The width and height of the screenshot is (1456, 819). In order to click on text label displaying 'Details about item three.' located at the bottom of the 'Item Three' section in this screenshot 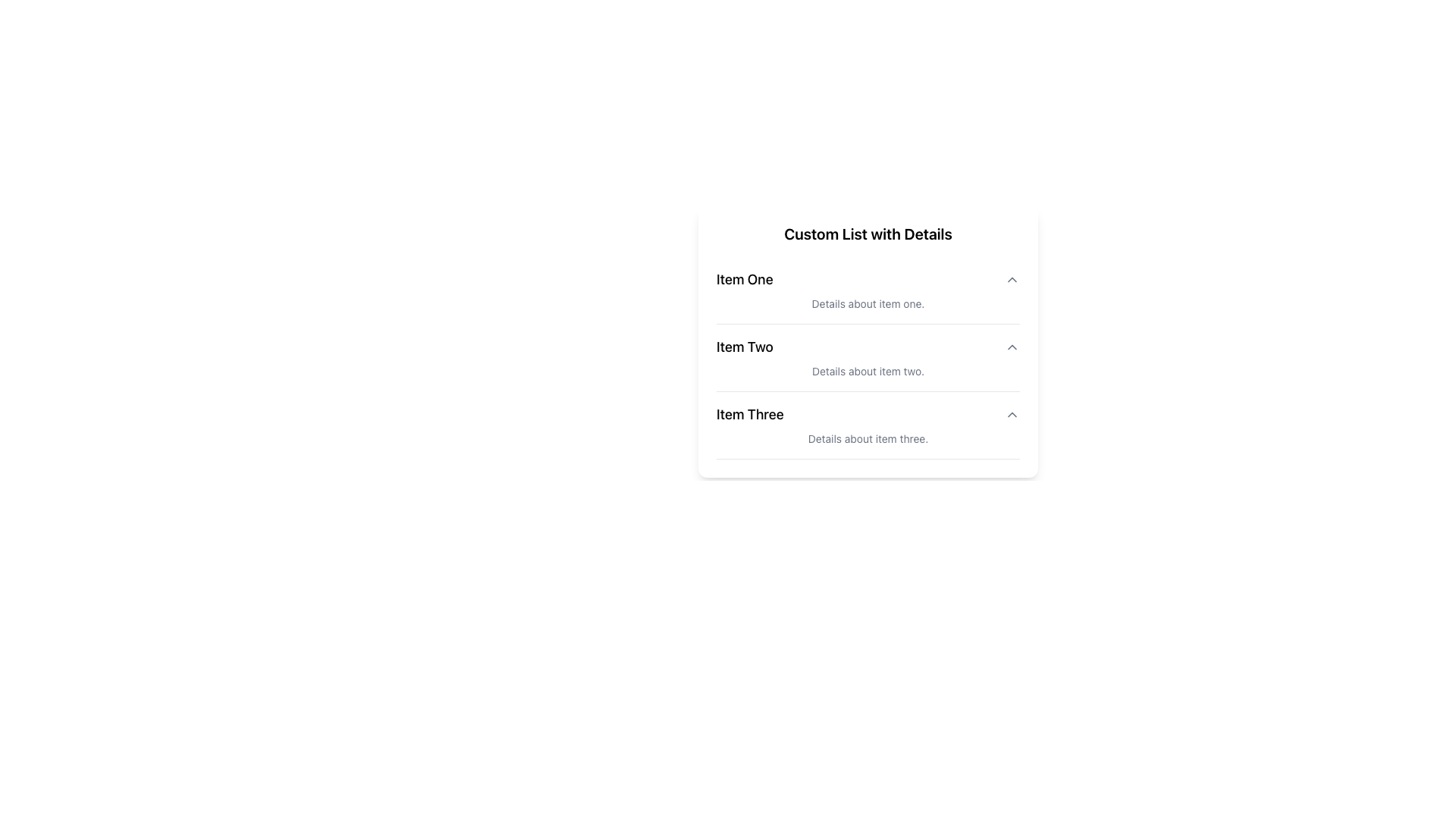, I will do `click(868, 438)`.